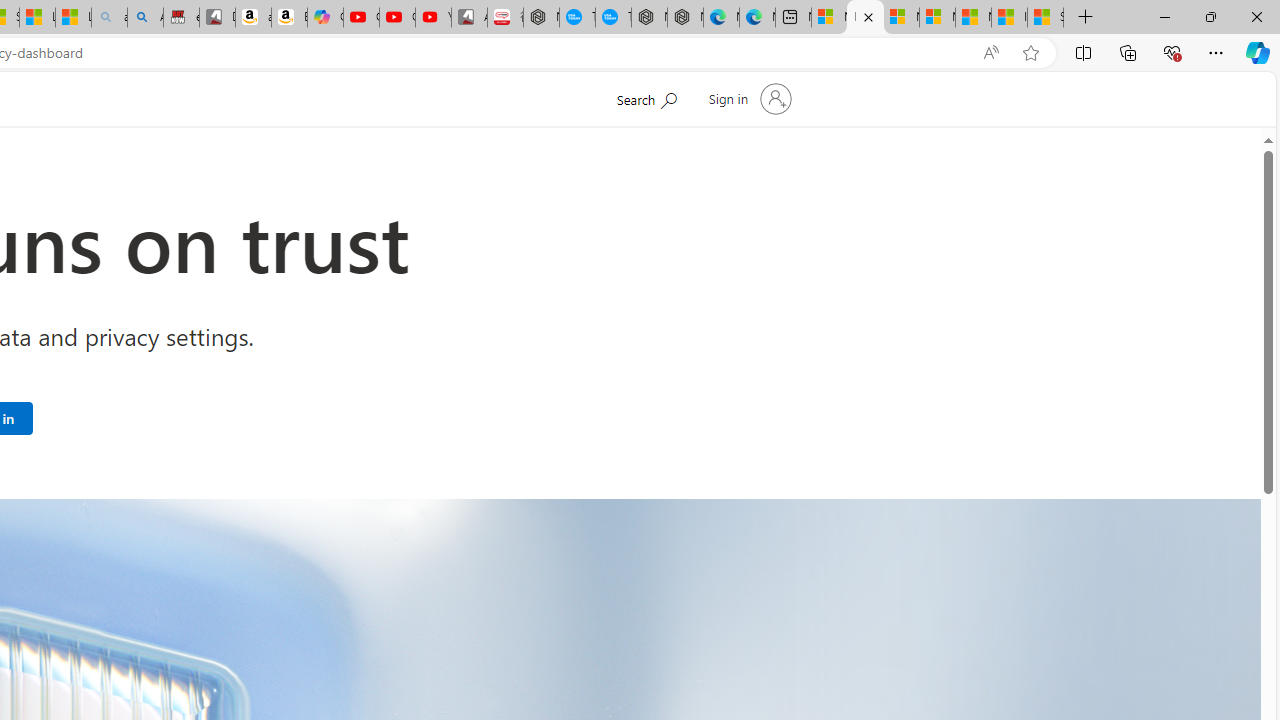 This screenshot has width=1280, height=720. Describe the element at coordinates (108, 17) in the screenshot. I see `'amazon - Search - Sleeping'` at that location.